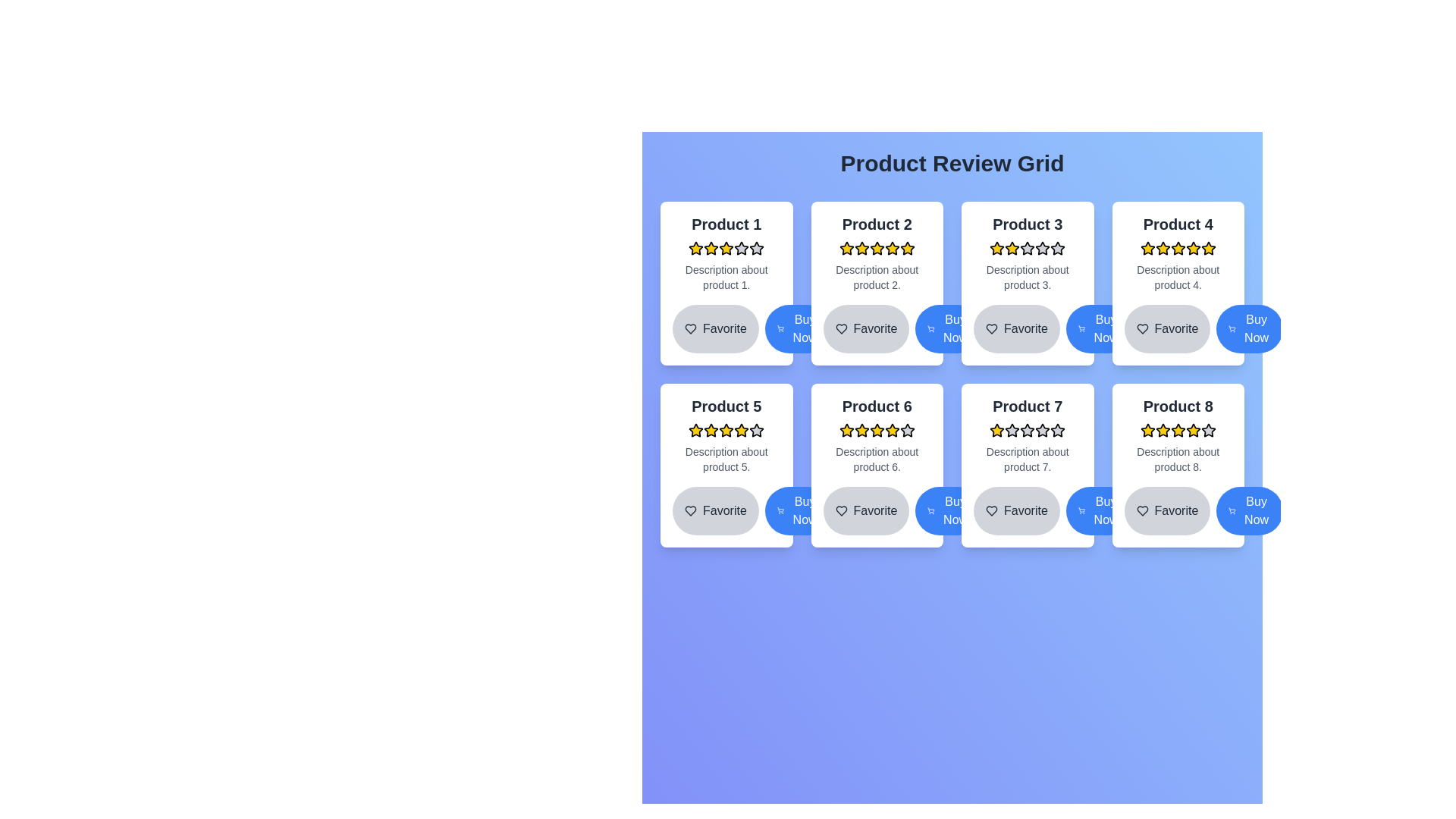  Describe the element at coordinates (1142, 511) in the screenshot. I see `the 'Favorite' button icon located in the 'Product 8' card slot at the bottom-right corner of the grid, which visually represents the ability to mark the associated item as a favorite` at that location.